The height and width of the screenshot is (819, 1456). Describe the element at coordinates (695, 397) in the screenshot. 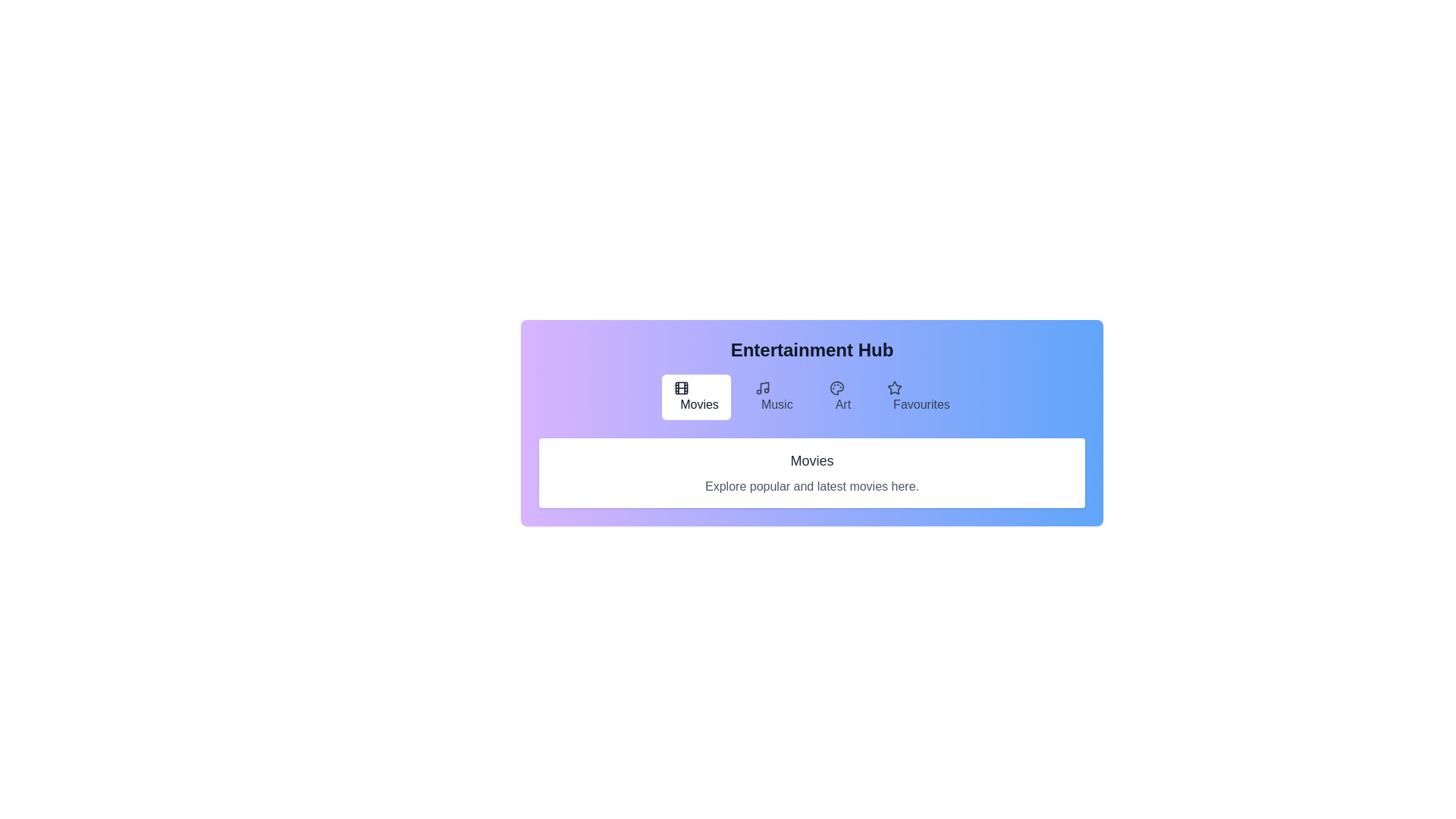

I see `the Movies tab by clicking on the corresponding tab button` at that location.